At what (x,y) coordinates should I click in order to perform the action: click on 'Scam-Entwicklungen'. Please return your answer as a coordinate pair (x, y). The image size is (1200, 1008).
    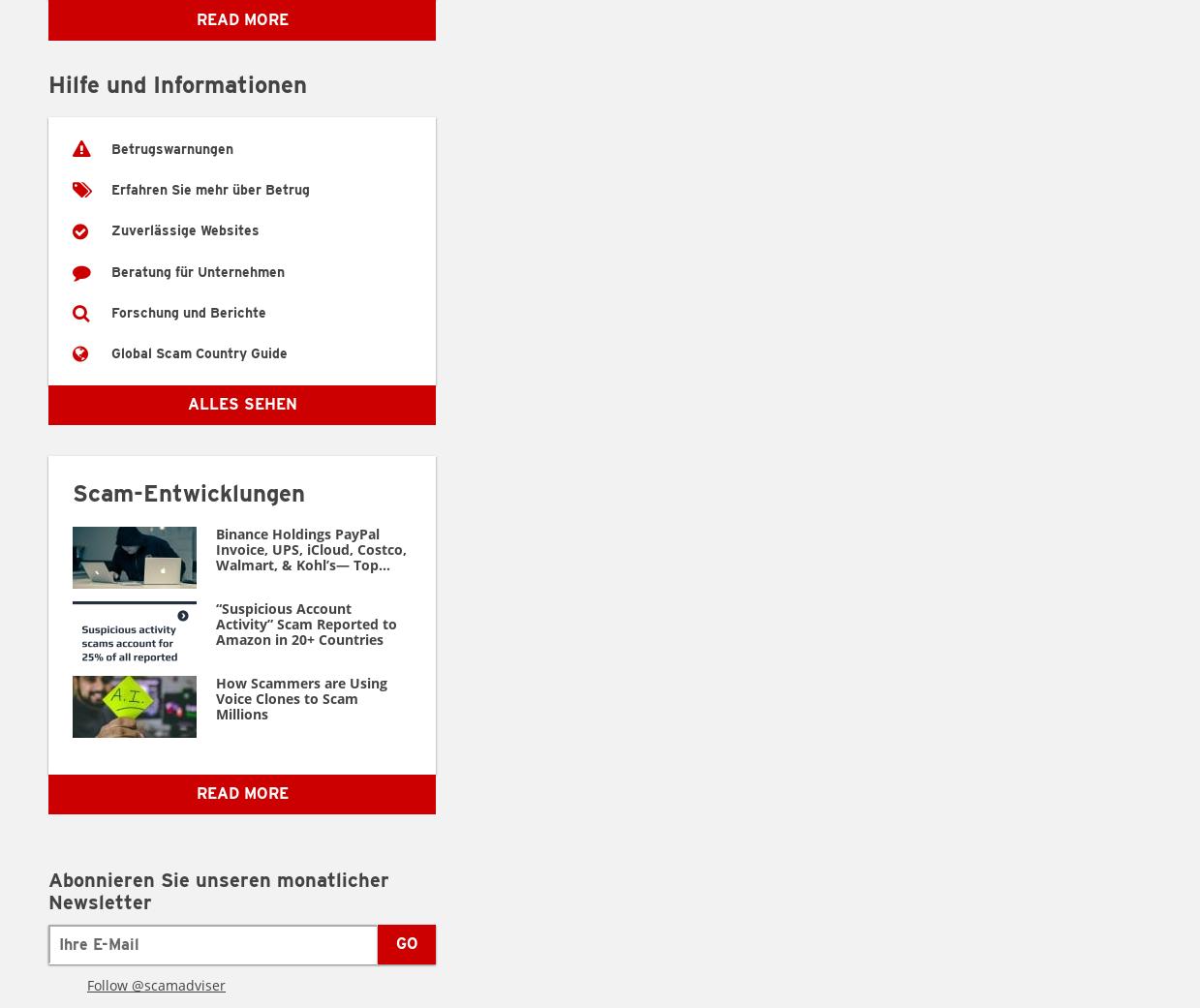
    Looking at the image, I should click on (188, 492).